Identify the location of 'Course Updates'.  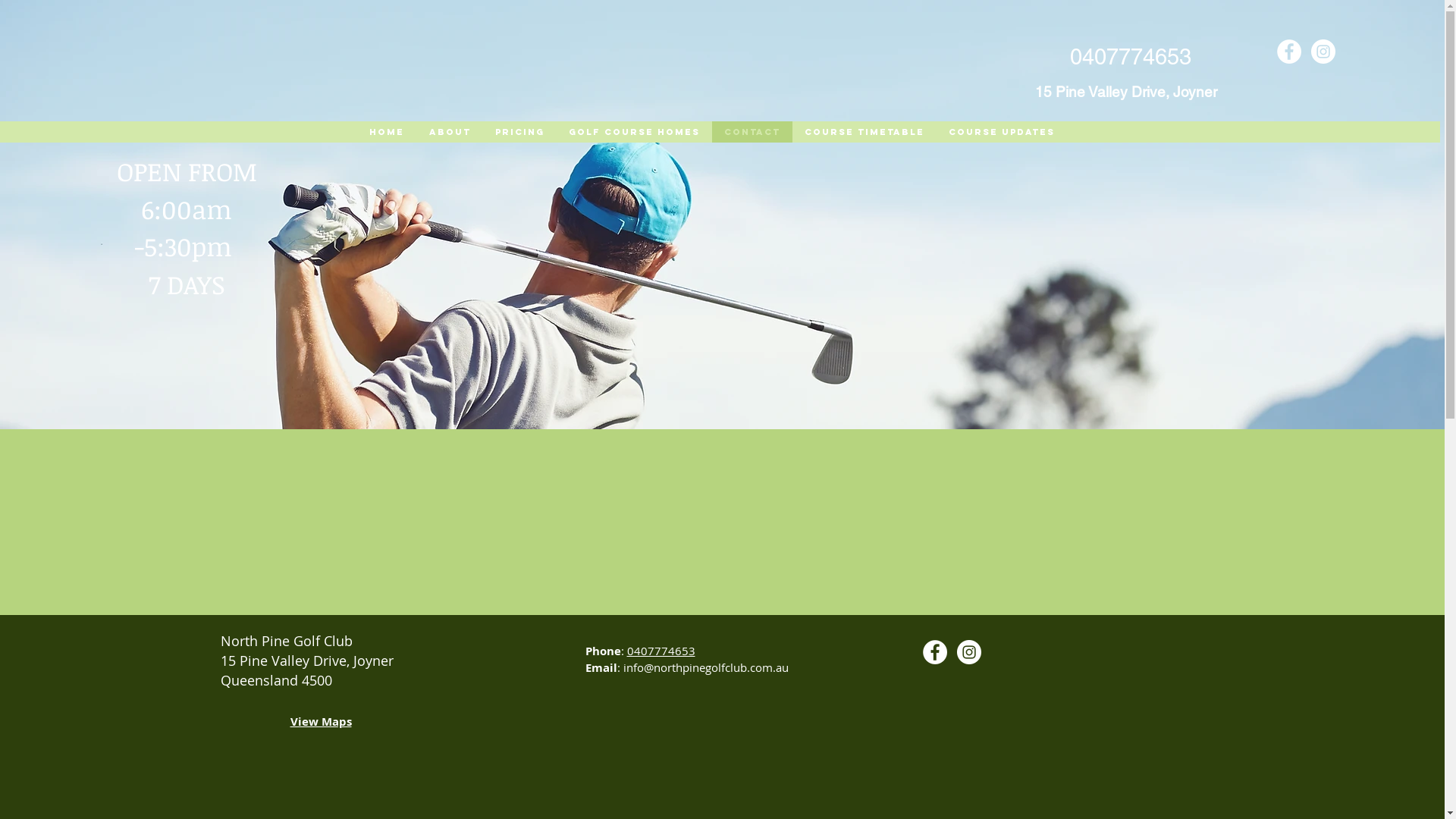
(934, 130).